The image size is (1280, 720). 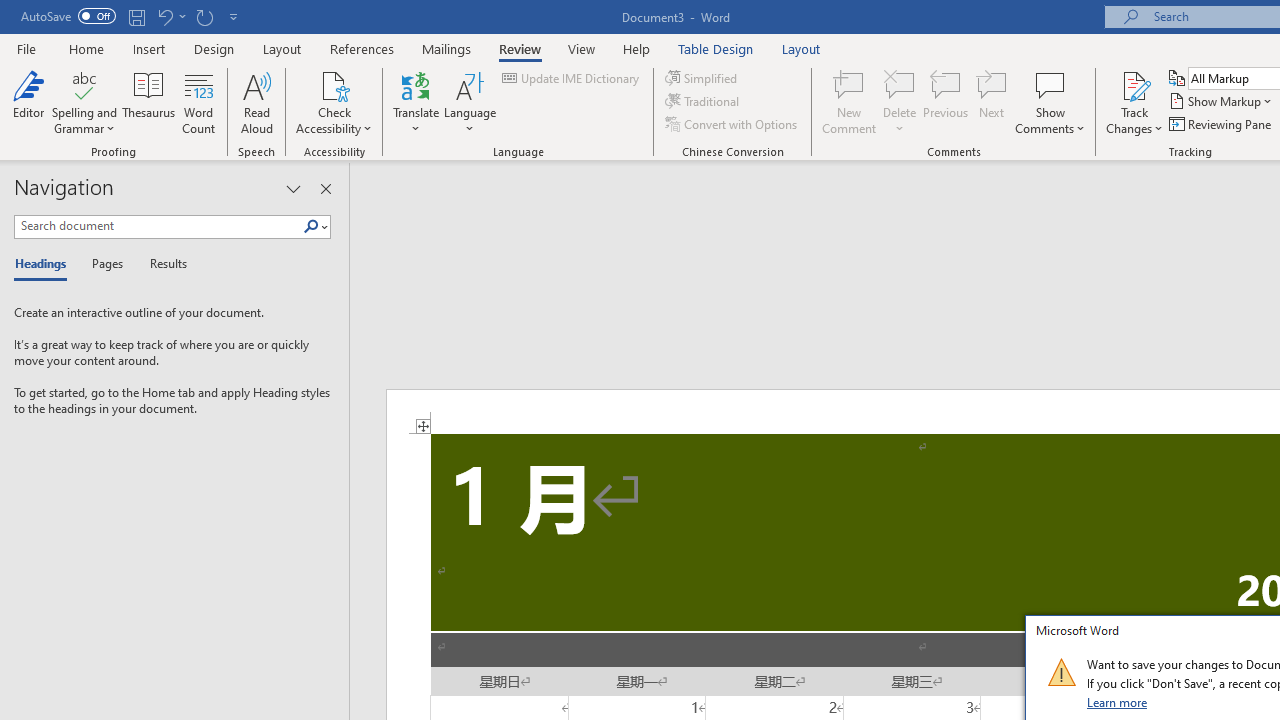 What do you see at coordinates (520, 48) in the screenshot?
I see `'Review'` at bounding box center [520, 48].